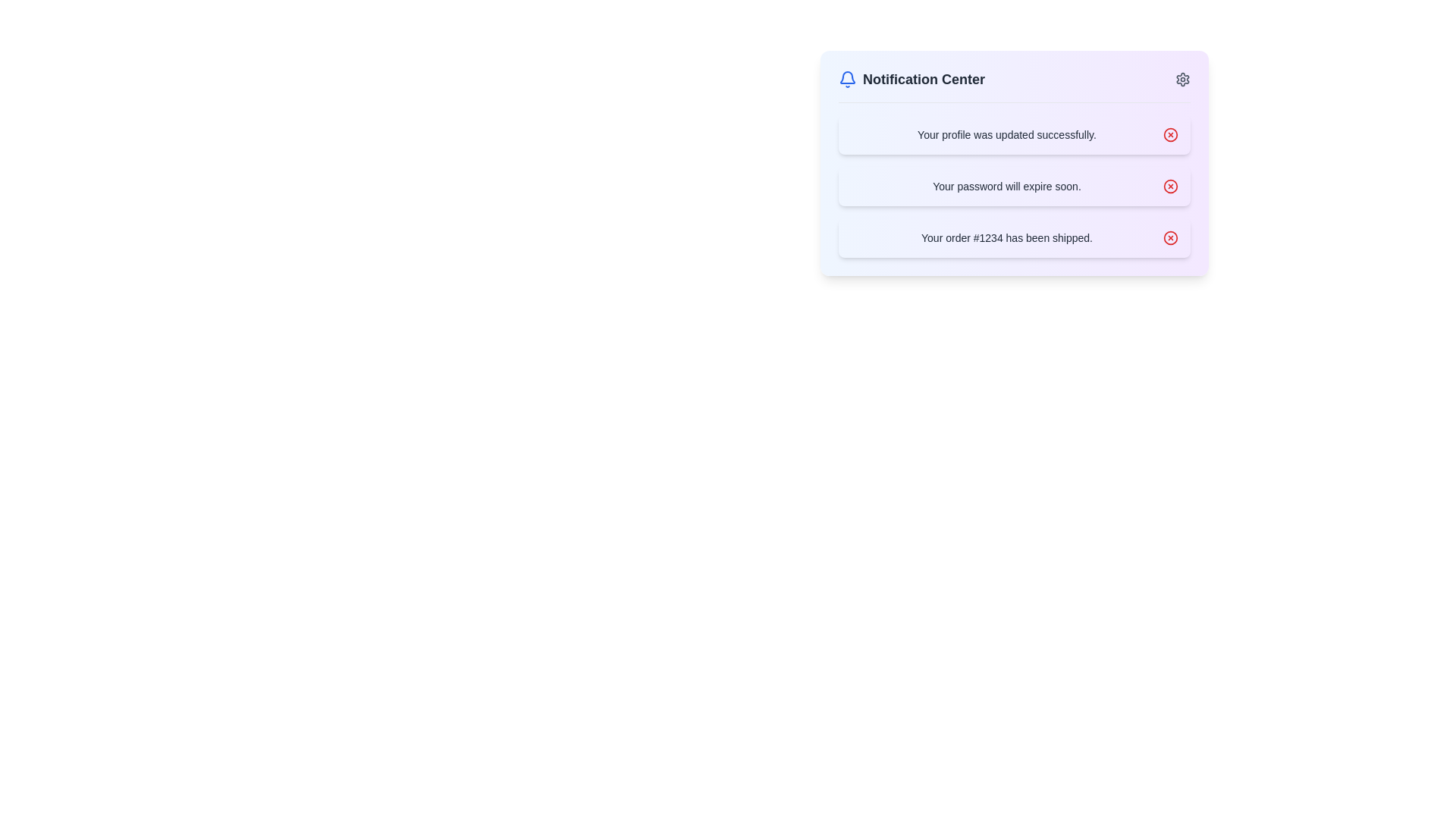  I want to click on the 'Notification Center' text label, which is styled with a bold font in dark gray, located prominently in the notification interface above the list of notifications, so click(923, 79).